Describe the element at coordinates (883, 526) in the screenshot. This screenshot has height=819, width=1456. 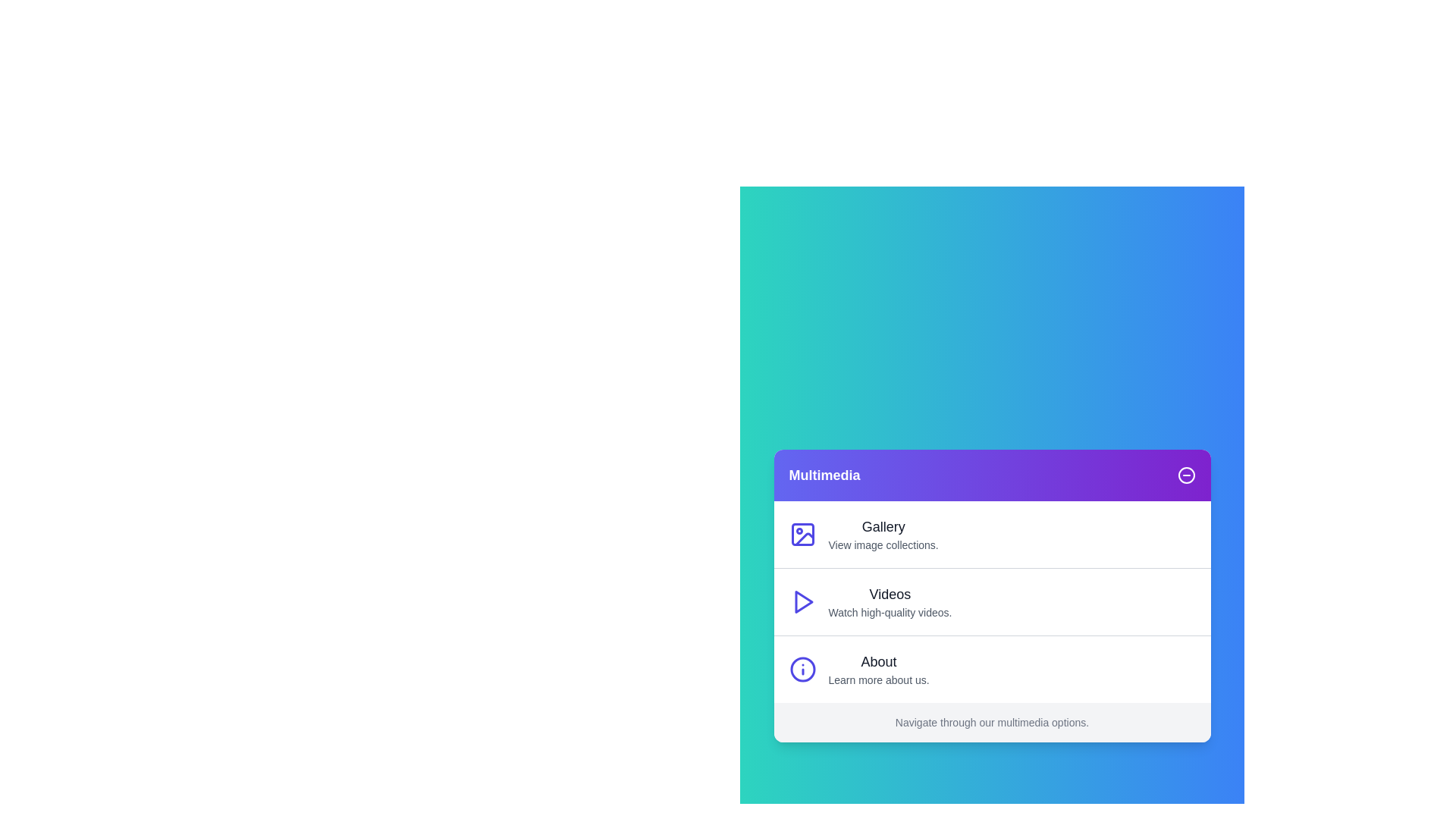
I see `the menu item to read its description: Gallery` at that location.